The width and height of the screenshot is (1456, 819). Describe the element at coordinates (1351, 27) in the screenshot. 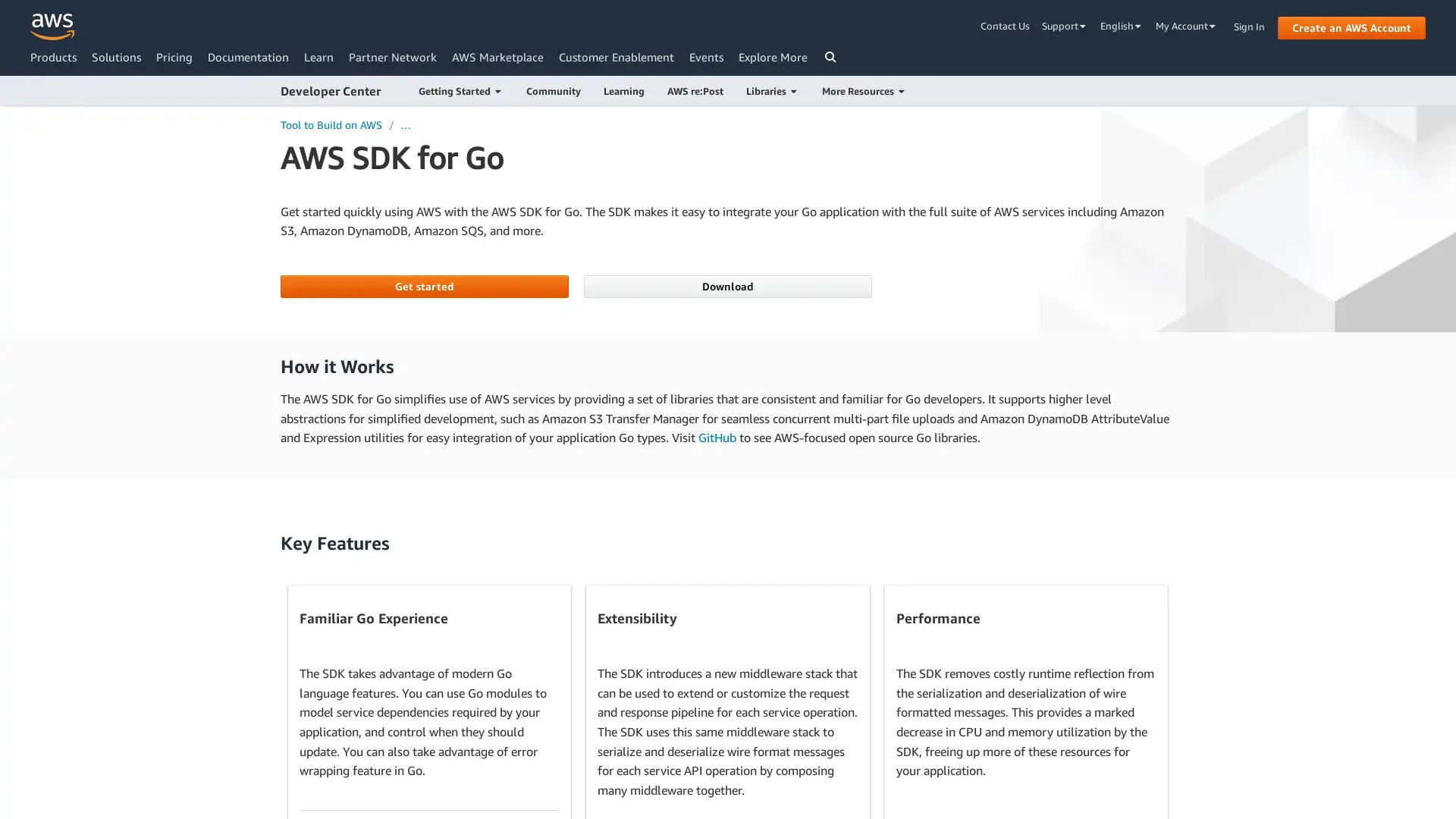

I see `Create an AWS Account` at that location.